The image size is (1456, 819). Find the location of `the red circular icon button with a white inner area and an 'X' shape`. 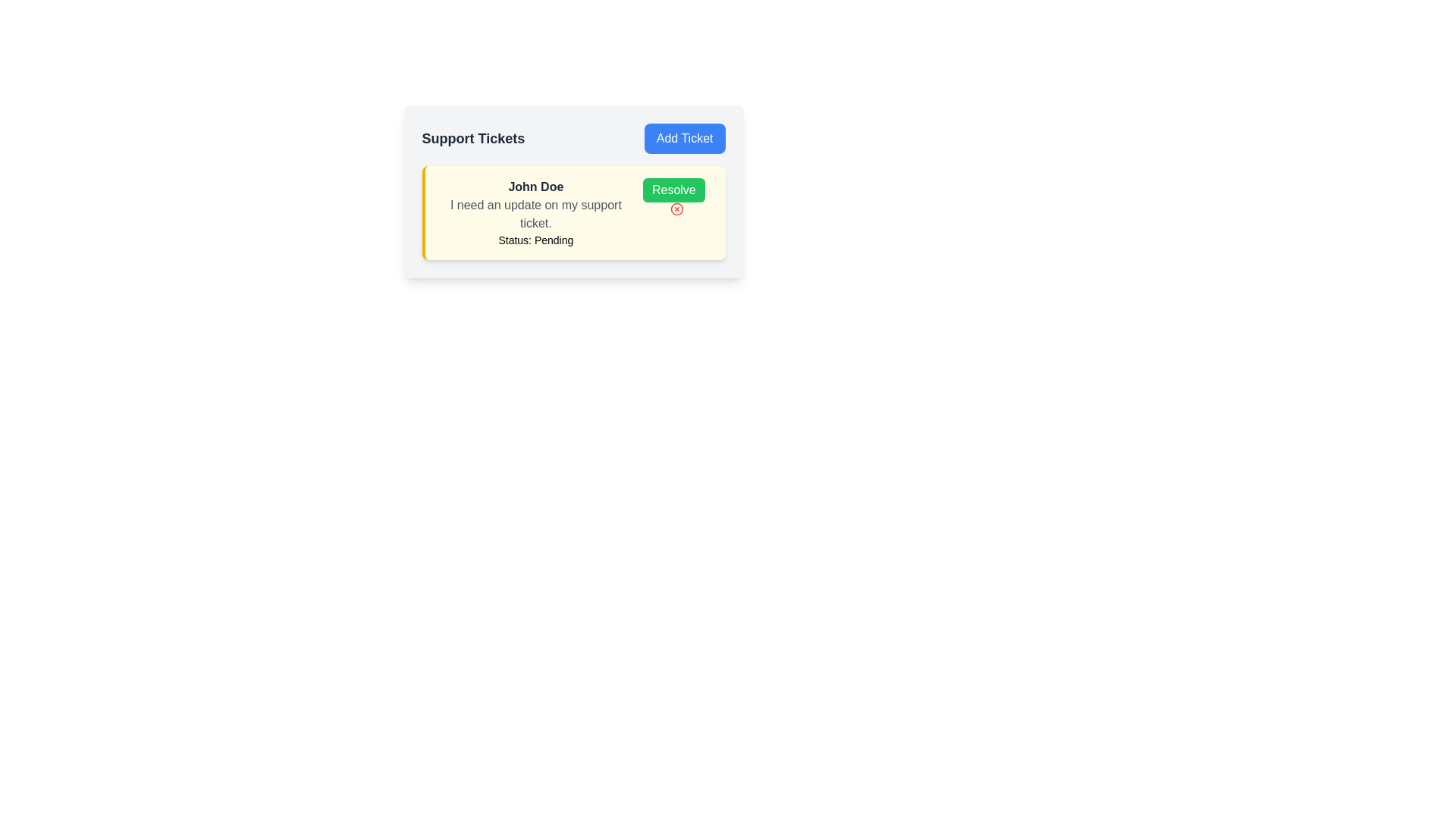

the red circular icon button with a white inner area and an 'X' shape is located at coordinates (676, 209).